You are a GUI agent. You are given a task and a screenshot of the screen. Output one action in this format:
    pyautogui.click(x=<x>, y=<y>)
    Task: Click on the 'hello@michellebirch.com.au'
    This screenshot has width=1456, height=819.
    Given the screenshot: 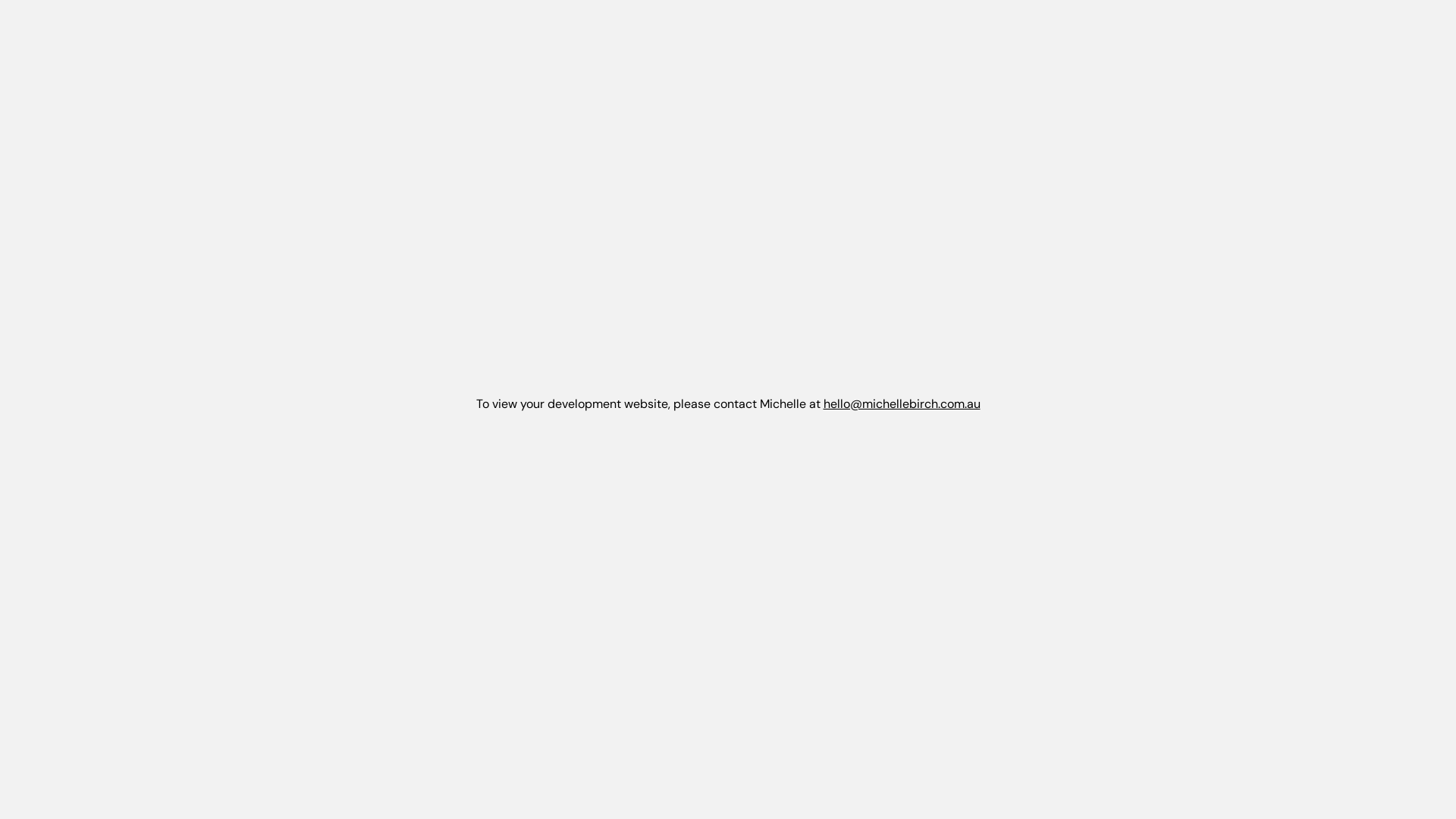 What is the action you would take?
    pyautogui.click(x=902, y=403)
    